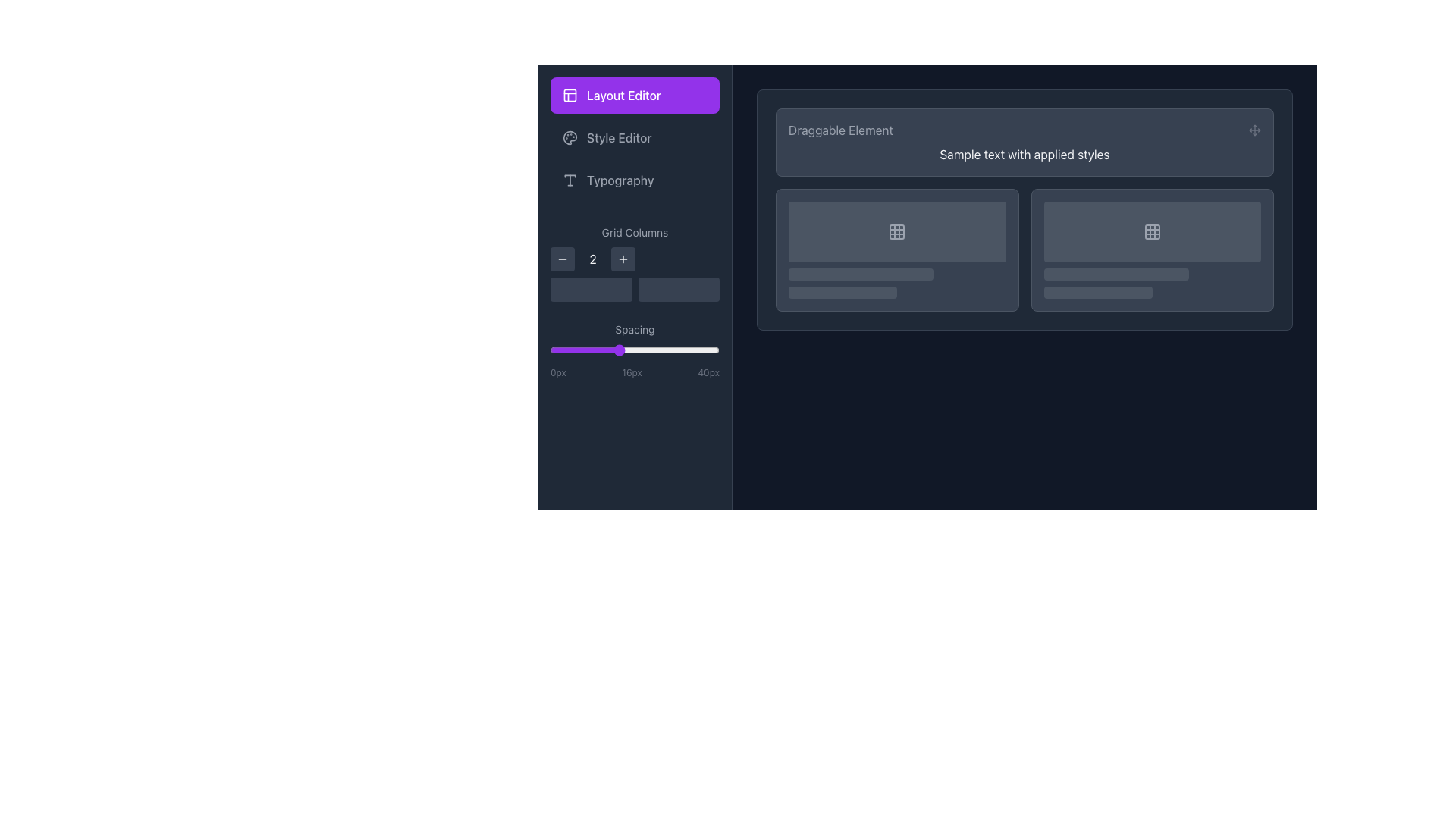 The image size is (1456, 819). I want to click on the grid-like icon located in the top-left corner of the purple header labeled 'Layout Editor', which precedes the text label 'Layout Editor', so click(570, 96).